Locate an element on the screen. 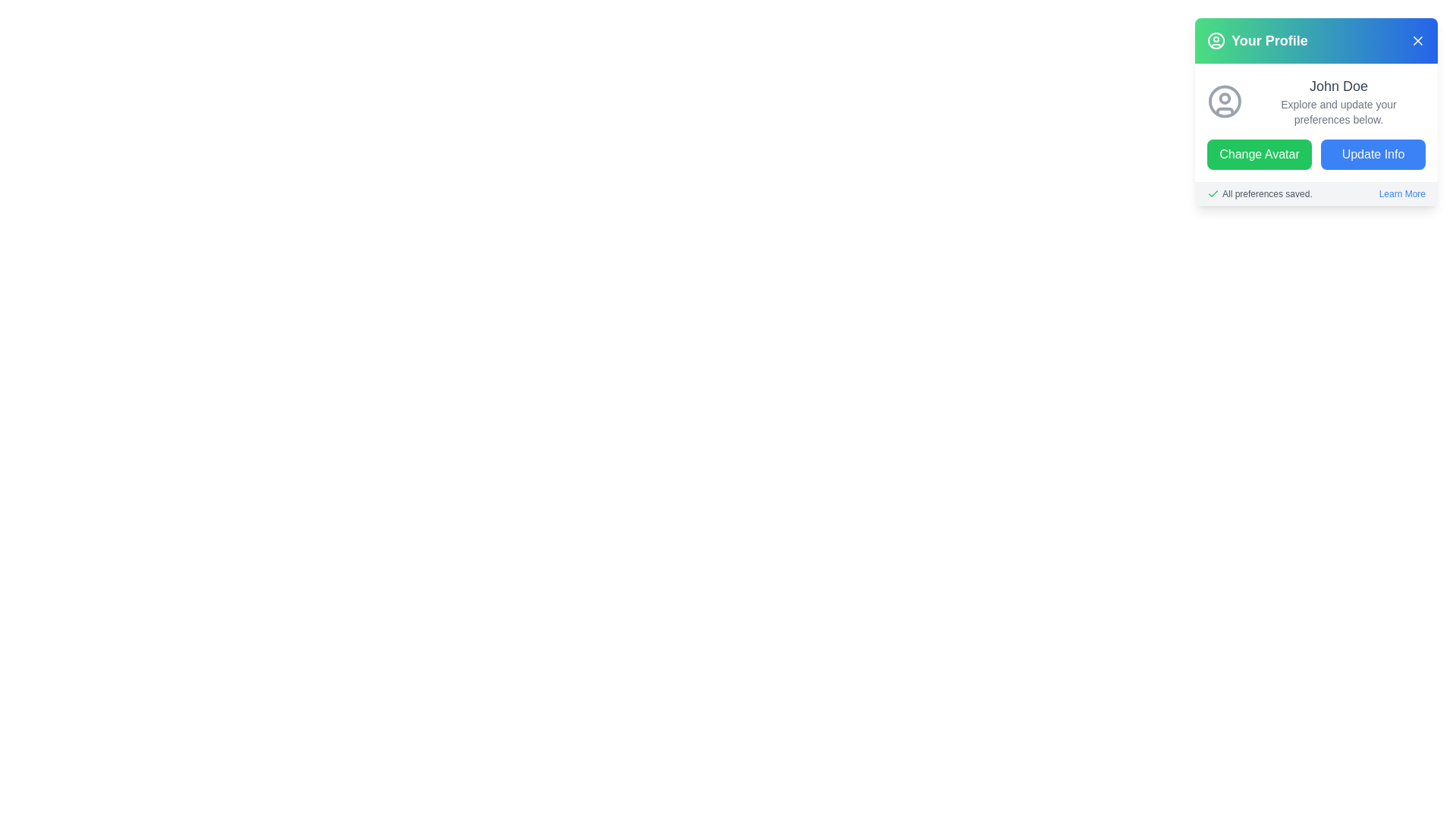 The height and width of the screenshot is (819, 1456). the close button located in the top-right corner of the modal dialog, adjacent to the 'Your Profile' text is located at coordinates (1417, 40).